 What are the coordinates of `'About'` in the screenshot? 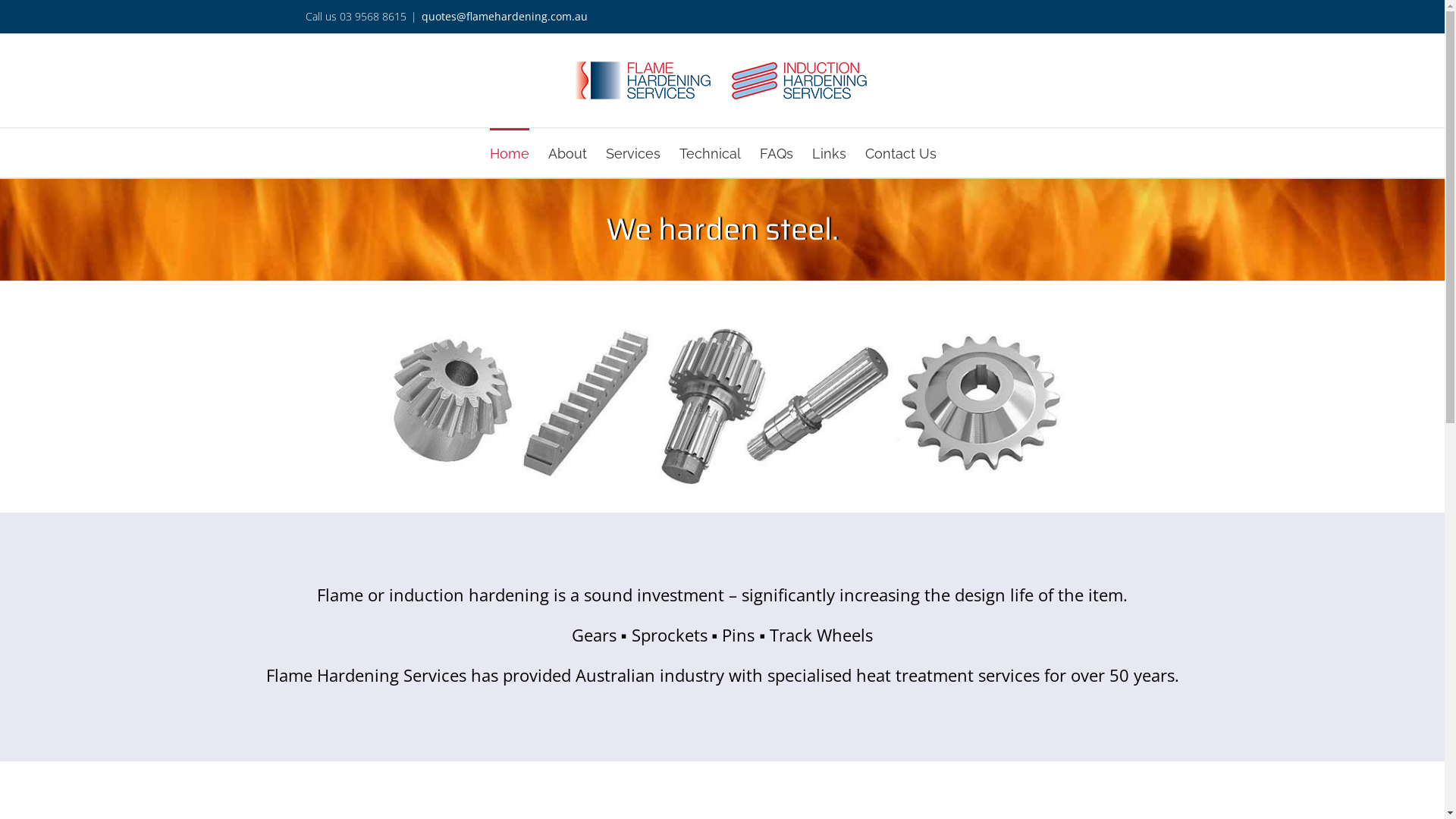 It's located at (566, 152).